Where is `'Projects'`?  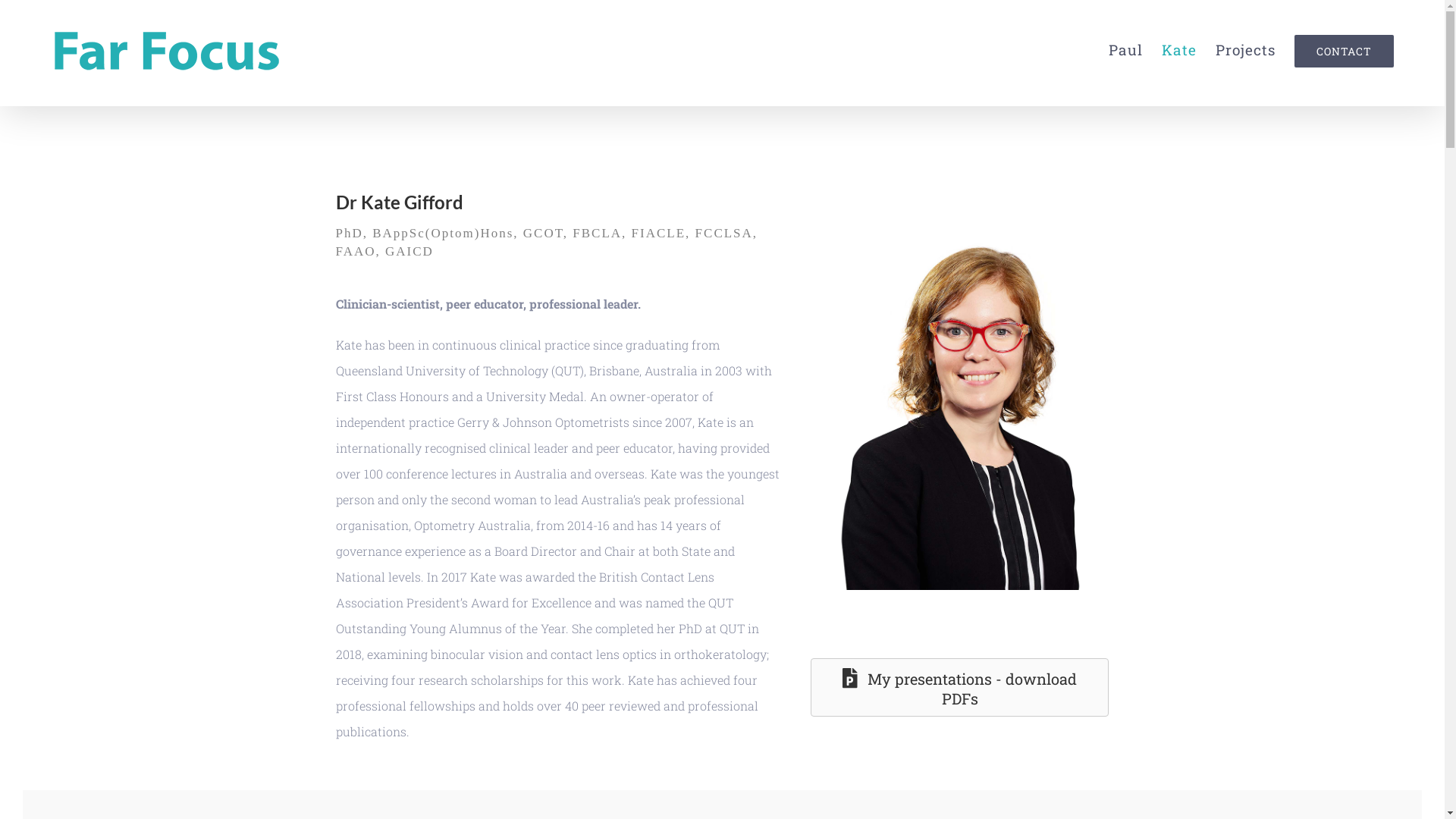 'Projects' is located at coordinates (1245, 49).